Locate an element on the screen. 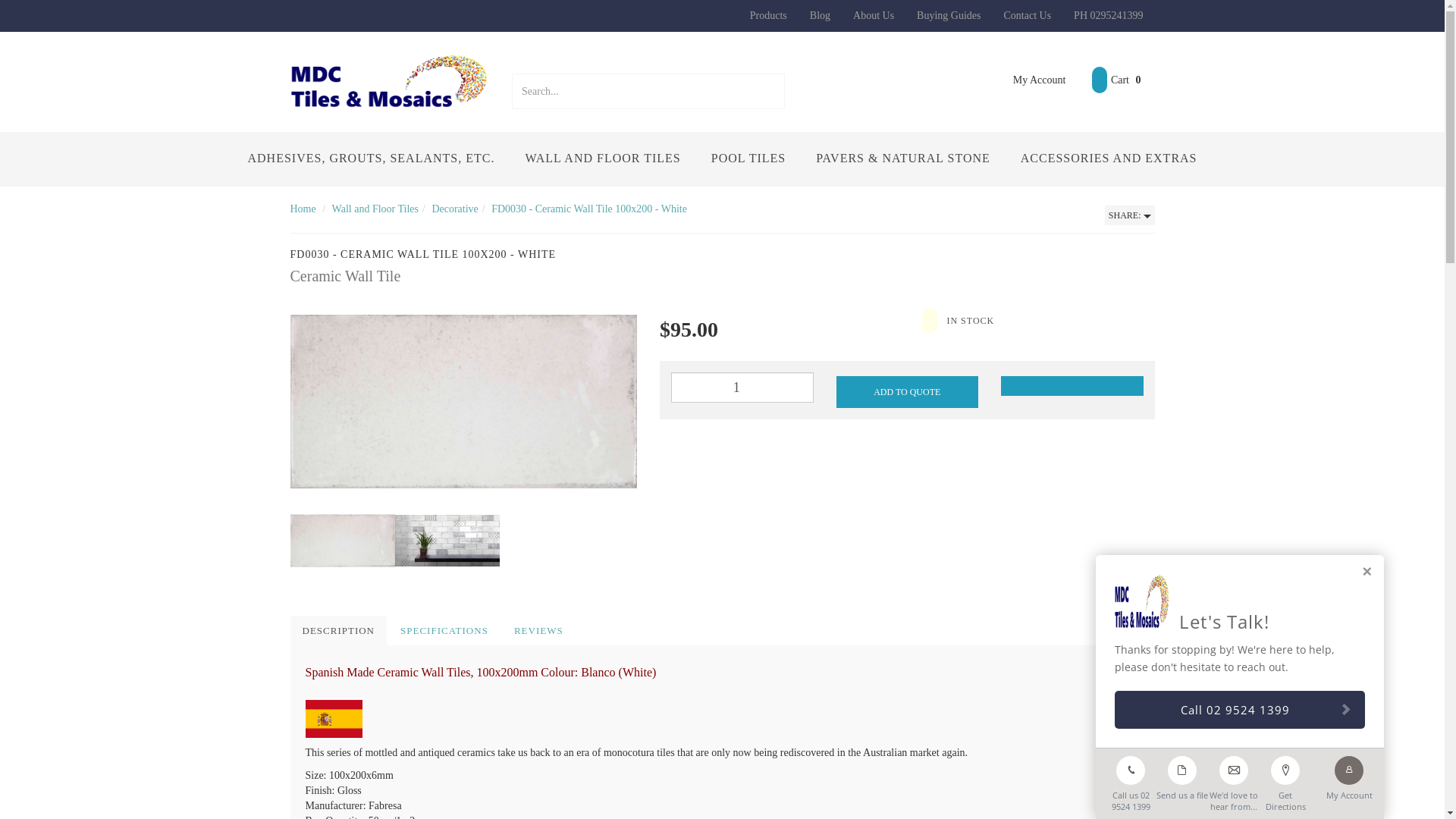 The image size is (1456, 819). 'Wall and Floor Tiles' is located at coordinates (375, 209).